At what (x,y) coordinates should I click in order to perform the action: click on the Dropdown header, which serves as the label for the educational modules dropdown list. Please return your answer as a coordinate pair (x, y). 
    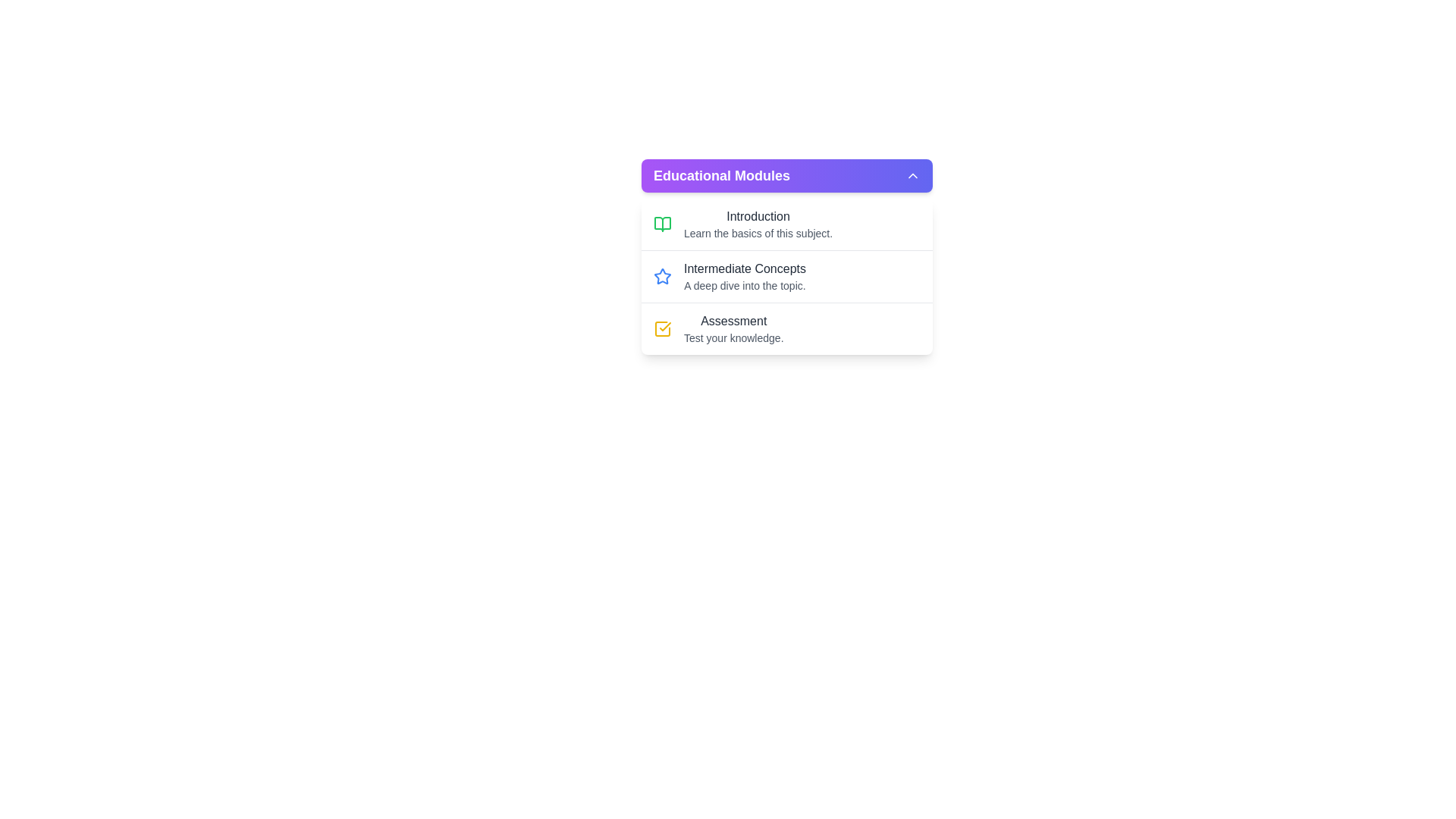
    Looking at the image, I should click on (786, 174).